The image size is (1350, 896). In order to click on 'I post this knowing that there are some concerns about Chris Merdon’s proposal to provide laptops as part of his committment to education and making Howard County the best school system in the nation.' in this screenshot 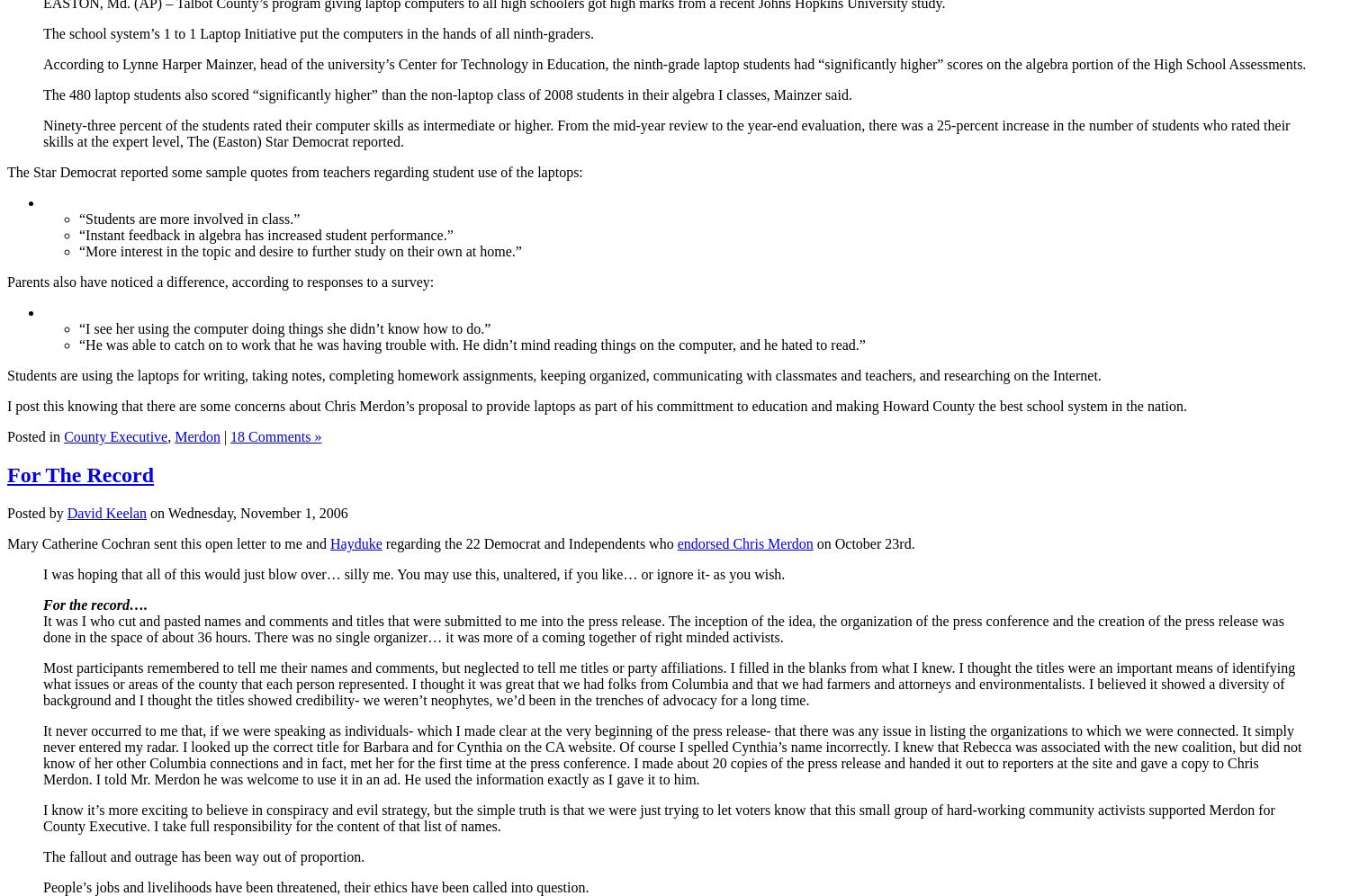, I will do `click(597, 405)`.